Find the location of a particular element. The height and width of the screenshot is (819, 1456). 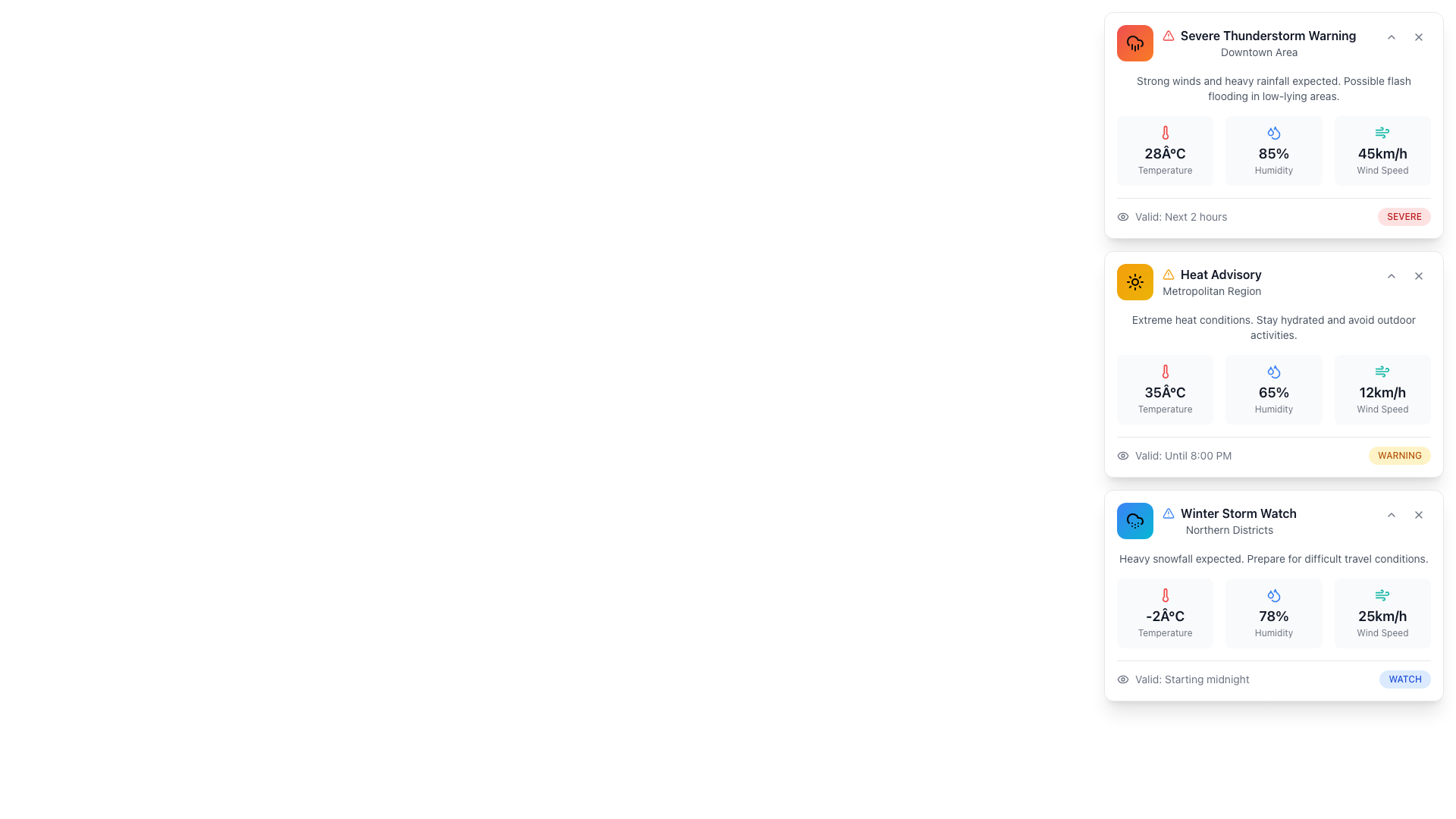

the Text label that indicates the wind speed descriptor located below the '45km/h' text within the 'Severe Thunderstorm Warning' card is located at coordinates (1382, 170).